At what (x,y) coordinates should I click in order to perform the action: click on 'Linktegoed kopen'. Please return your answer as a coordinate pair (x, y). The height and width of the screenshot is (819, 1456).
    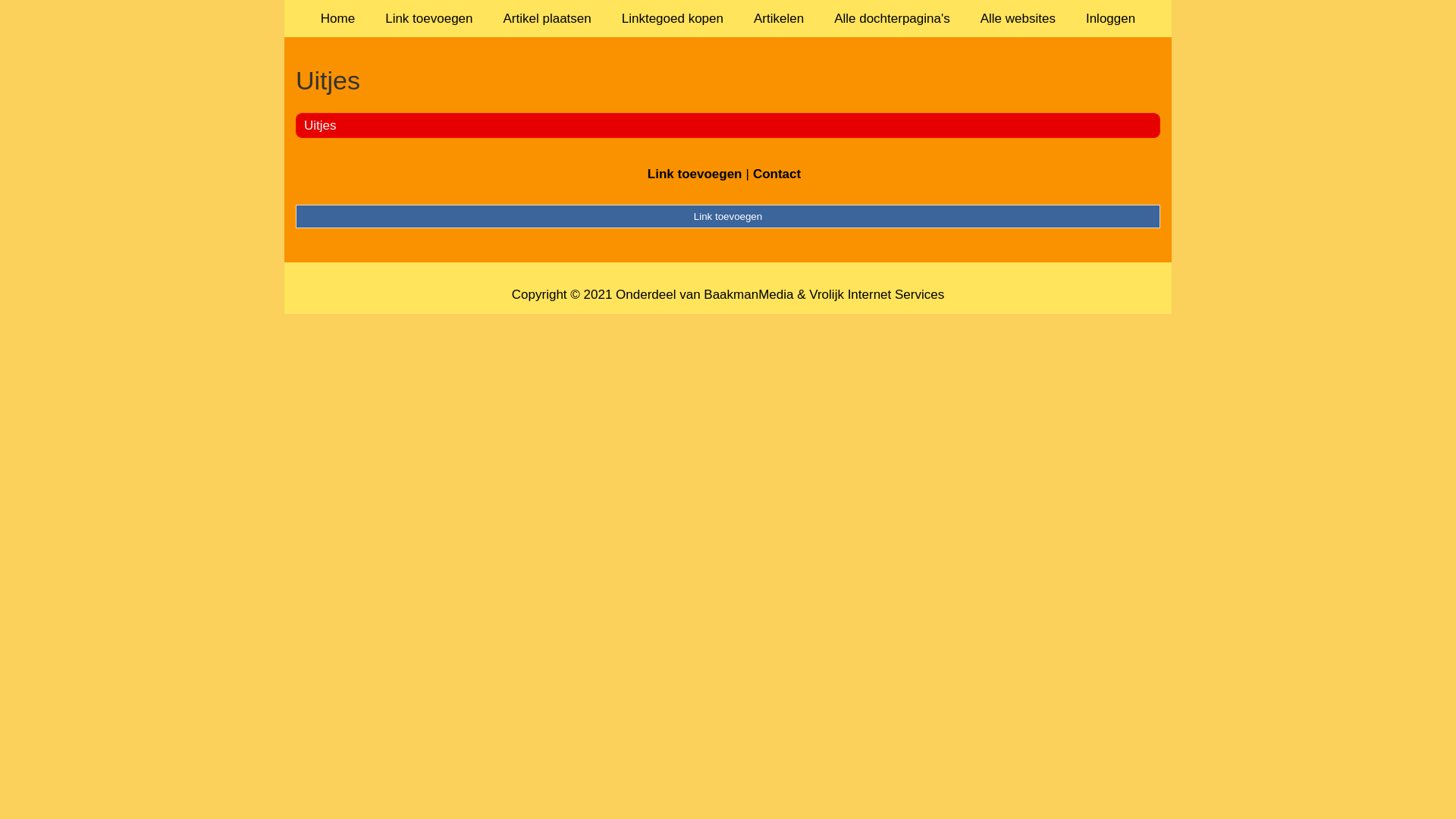
    Looking at the image, I should click on (607, 18).